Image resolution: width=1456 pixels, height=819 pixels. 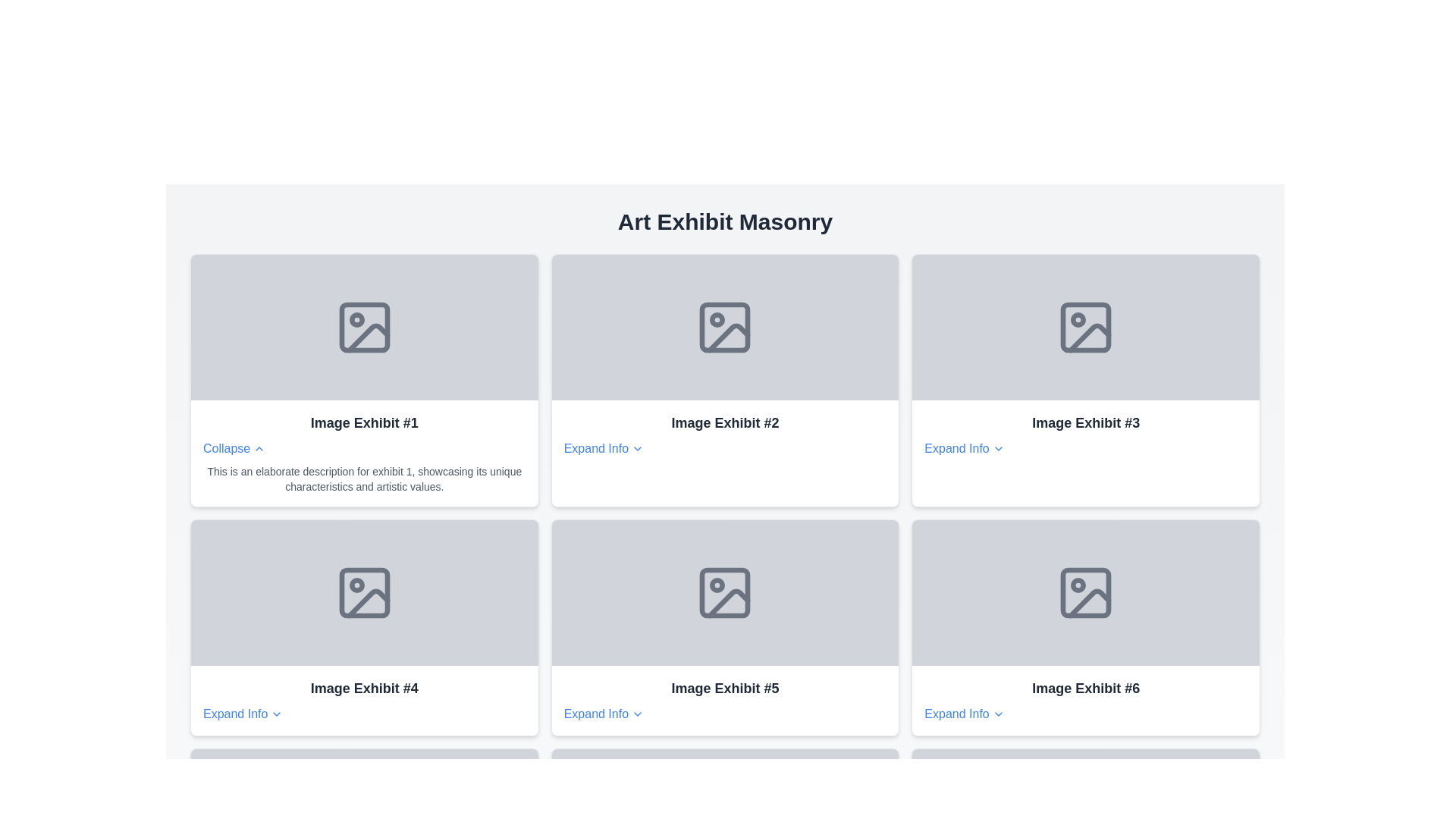 What do you see at coordinates (364, 327) in the screenshot?
I see `the icon that serves as a visual placeholder for an image, located in the first exhibit box above the textual label 'Image Exhibit #1'` at bounding box center [364, 327].